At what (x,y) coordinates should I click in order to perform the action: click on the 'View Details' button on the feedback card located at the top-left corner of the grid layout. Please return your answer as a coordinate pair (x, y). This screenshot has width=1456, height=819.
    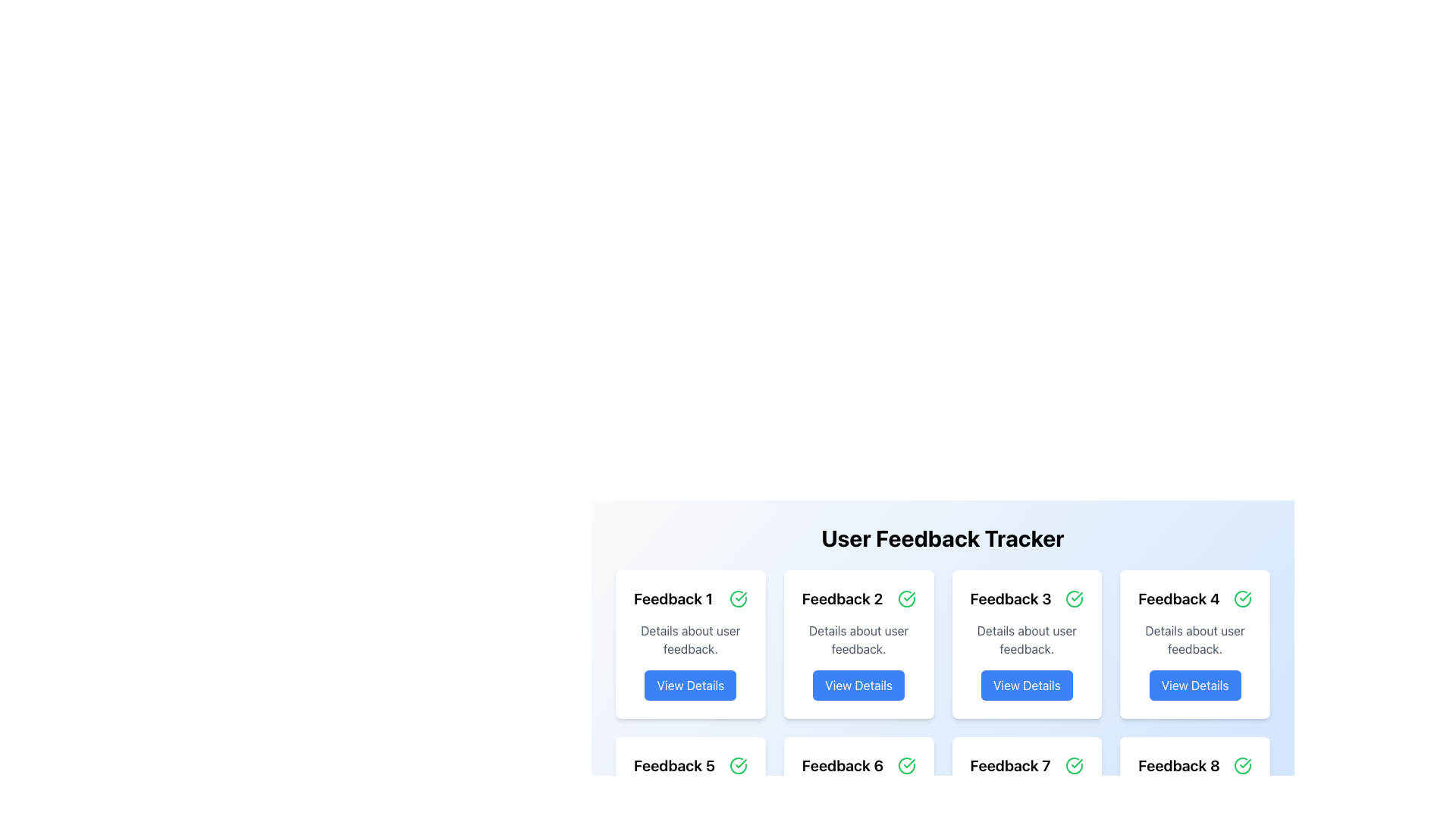
    Looking at the image, I should click on (689, 644).